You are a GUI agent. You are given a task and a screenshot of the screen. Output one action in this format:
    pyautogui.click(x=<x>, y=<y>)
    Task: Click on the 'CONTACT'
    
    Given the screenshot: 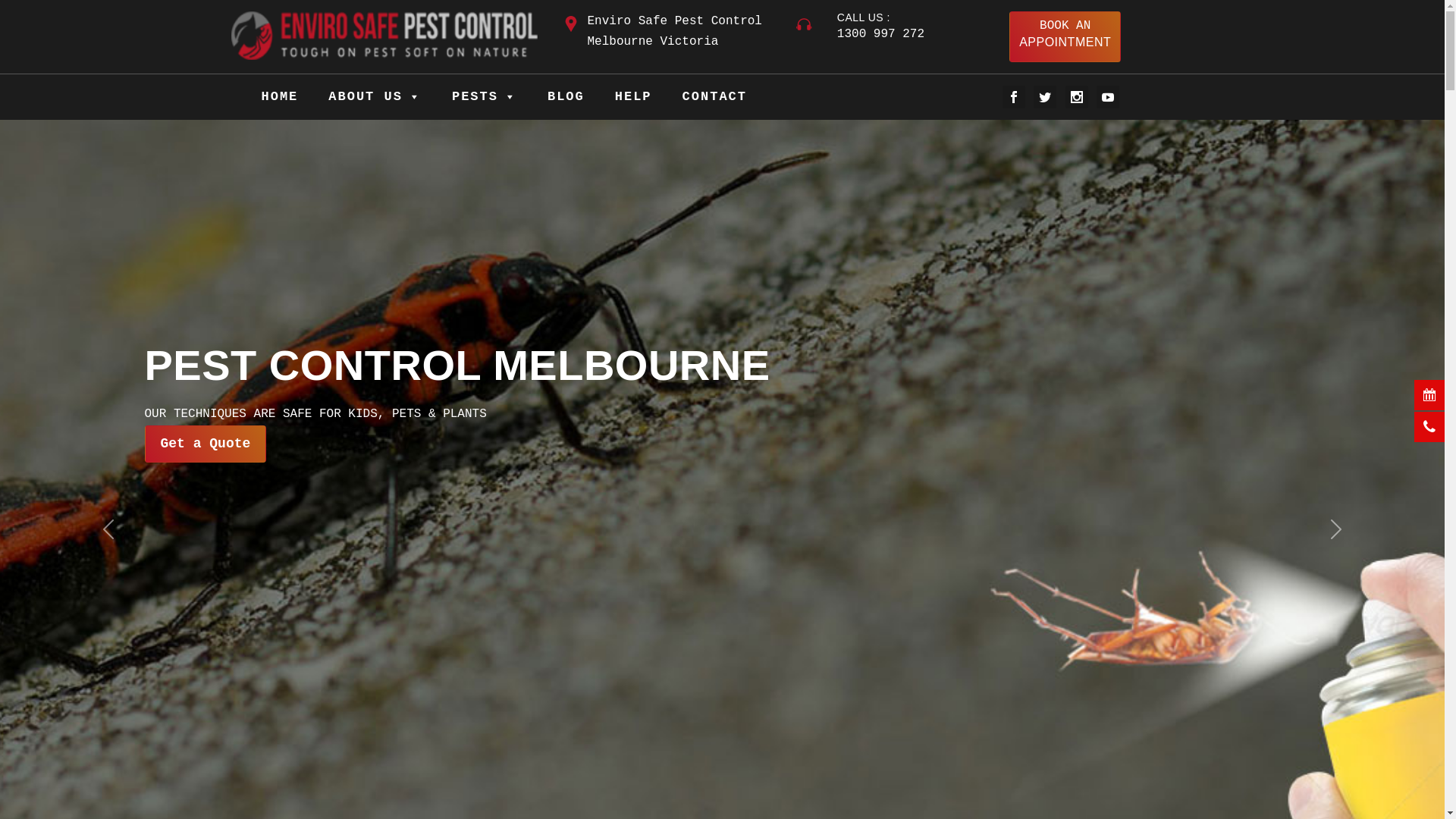 What is the action you would take?
    pyautogui.click(x=714, y=96)
    